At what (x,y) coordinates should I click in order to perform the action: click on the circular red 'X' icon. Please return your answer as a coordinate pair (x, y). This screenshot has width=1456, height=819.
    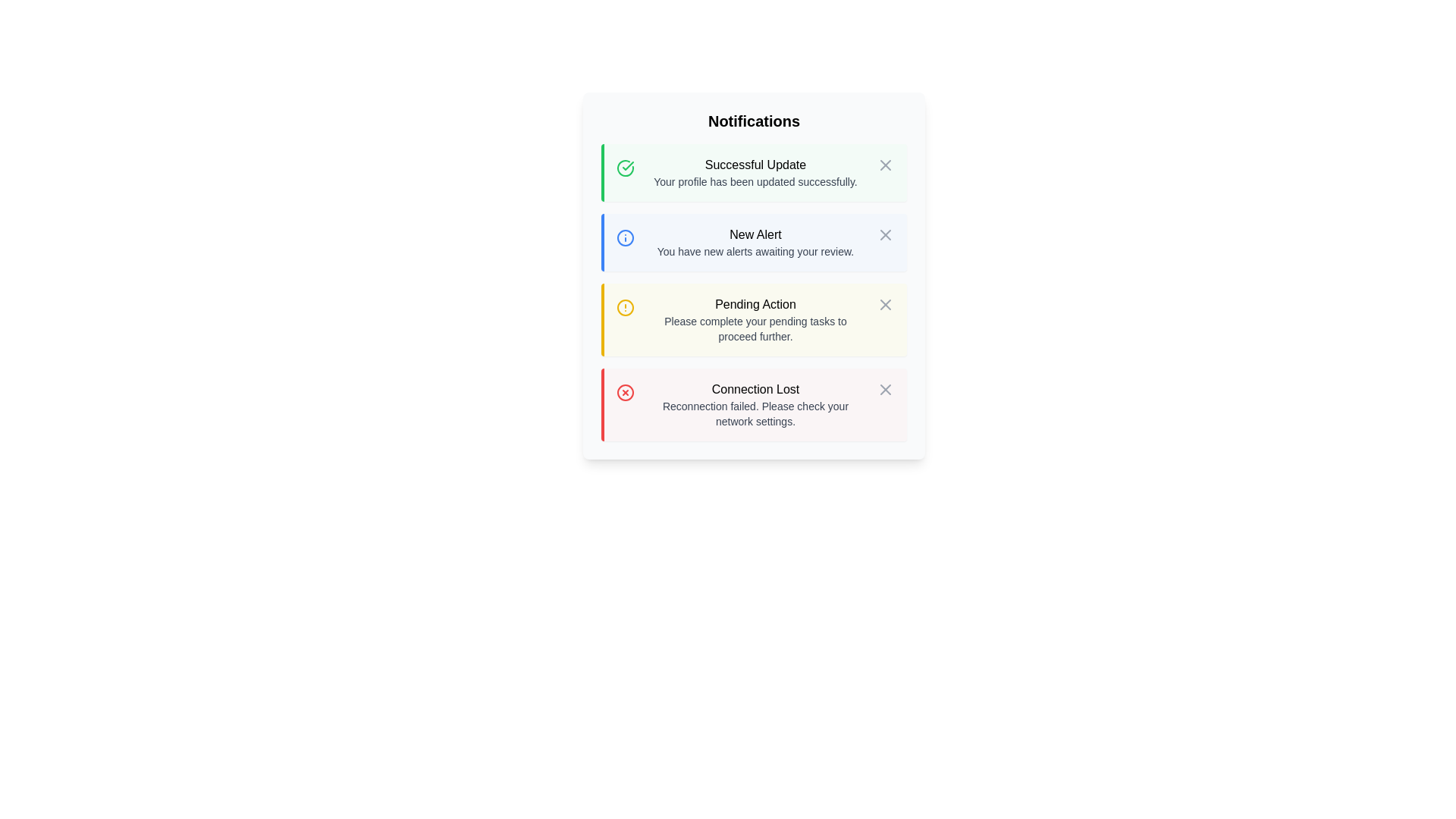
    Looking at the image, I should click on (626, 391).